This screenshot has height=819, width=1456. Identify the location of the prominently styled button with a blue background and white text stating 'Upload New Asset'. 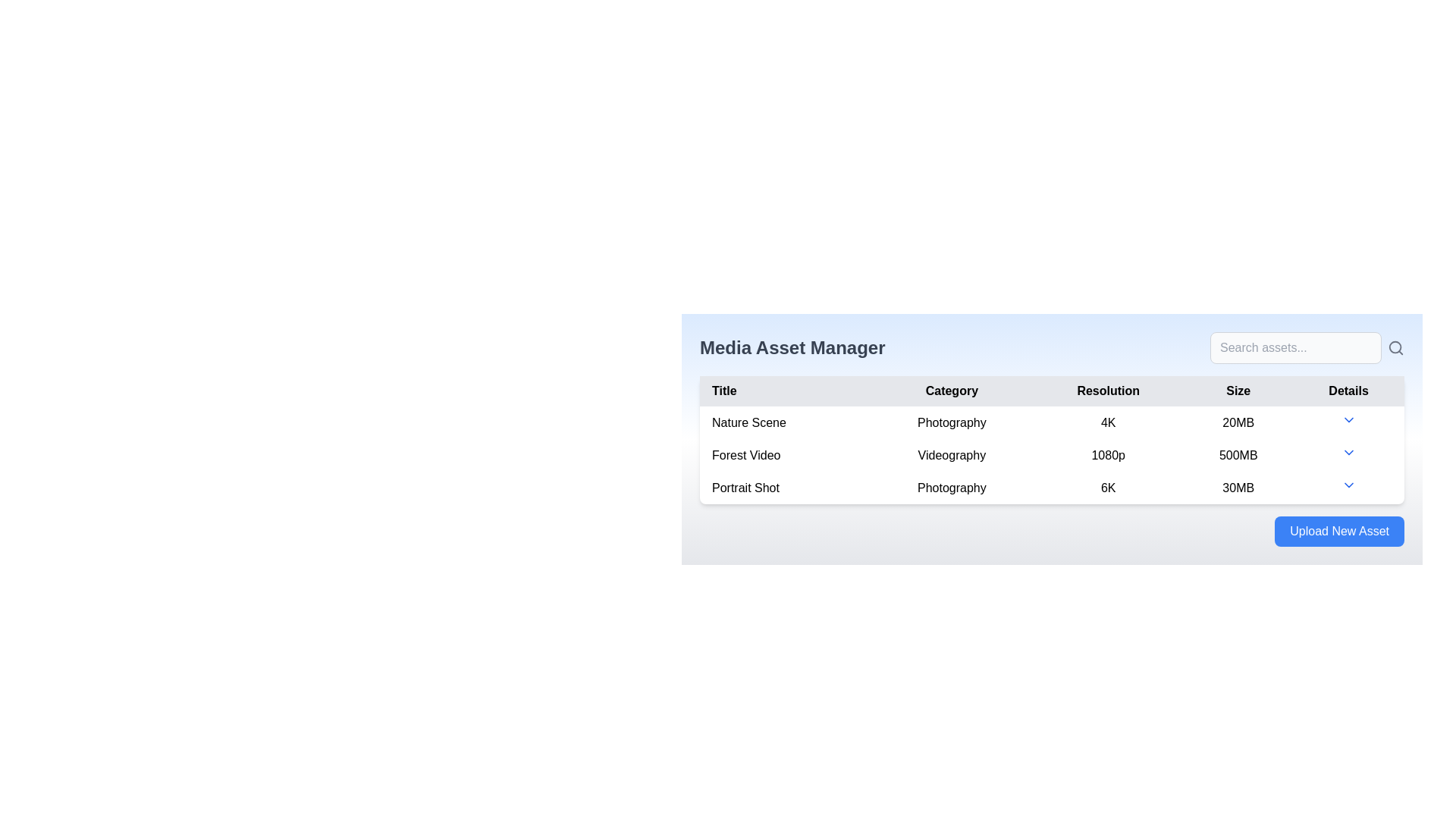
(1339, 531).